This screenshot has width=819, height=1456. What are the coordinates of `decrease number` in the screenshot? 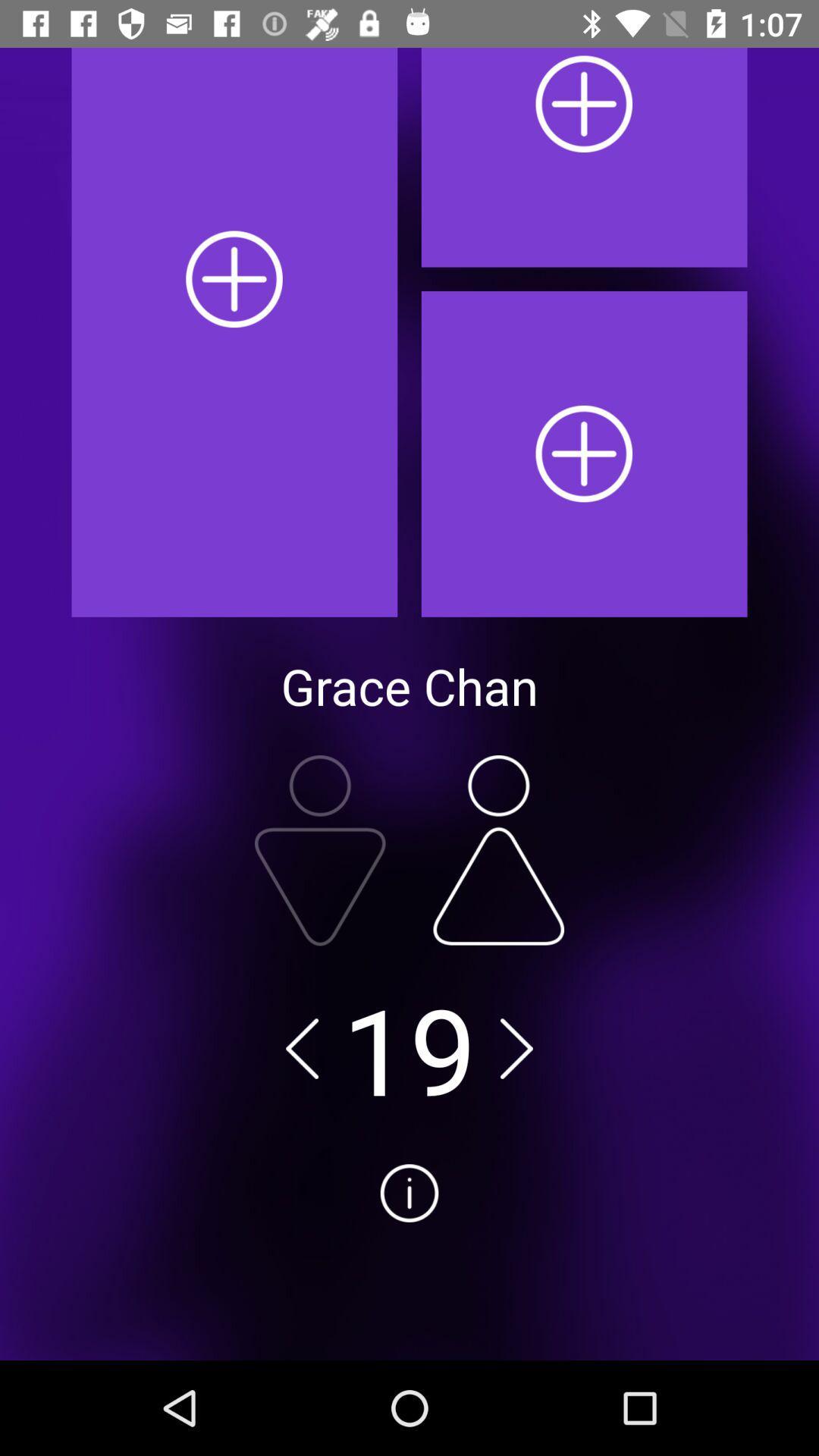 It's located at (302, 1047).